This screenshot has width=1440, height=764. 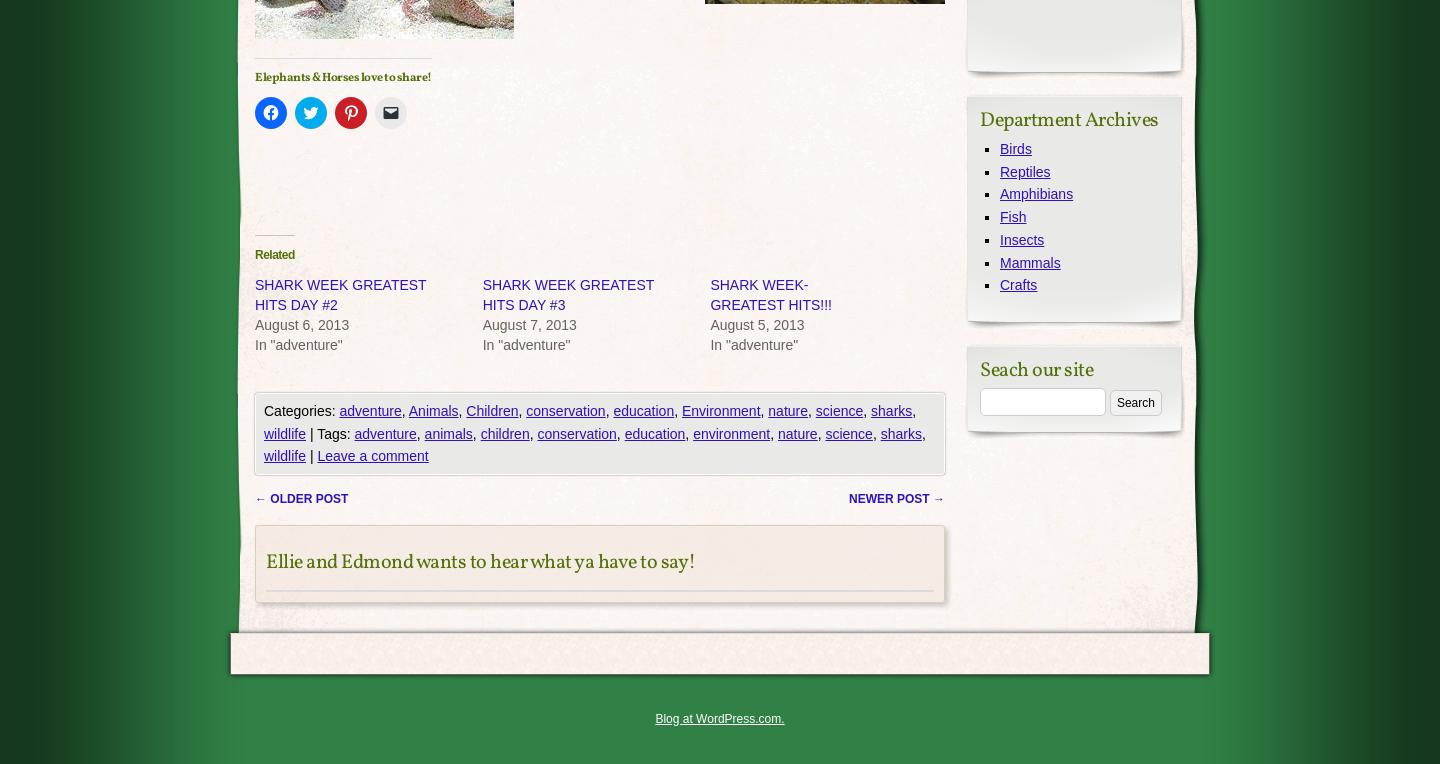 What do you see at coordinates (1036, 370) in the screenshot?
I see `'Seach our site'` at bounding box center [1036, 370].